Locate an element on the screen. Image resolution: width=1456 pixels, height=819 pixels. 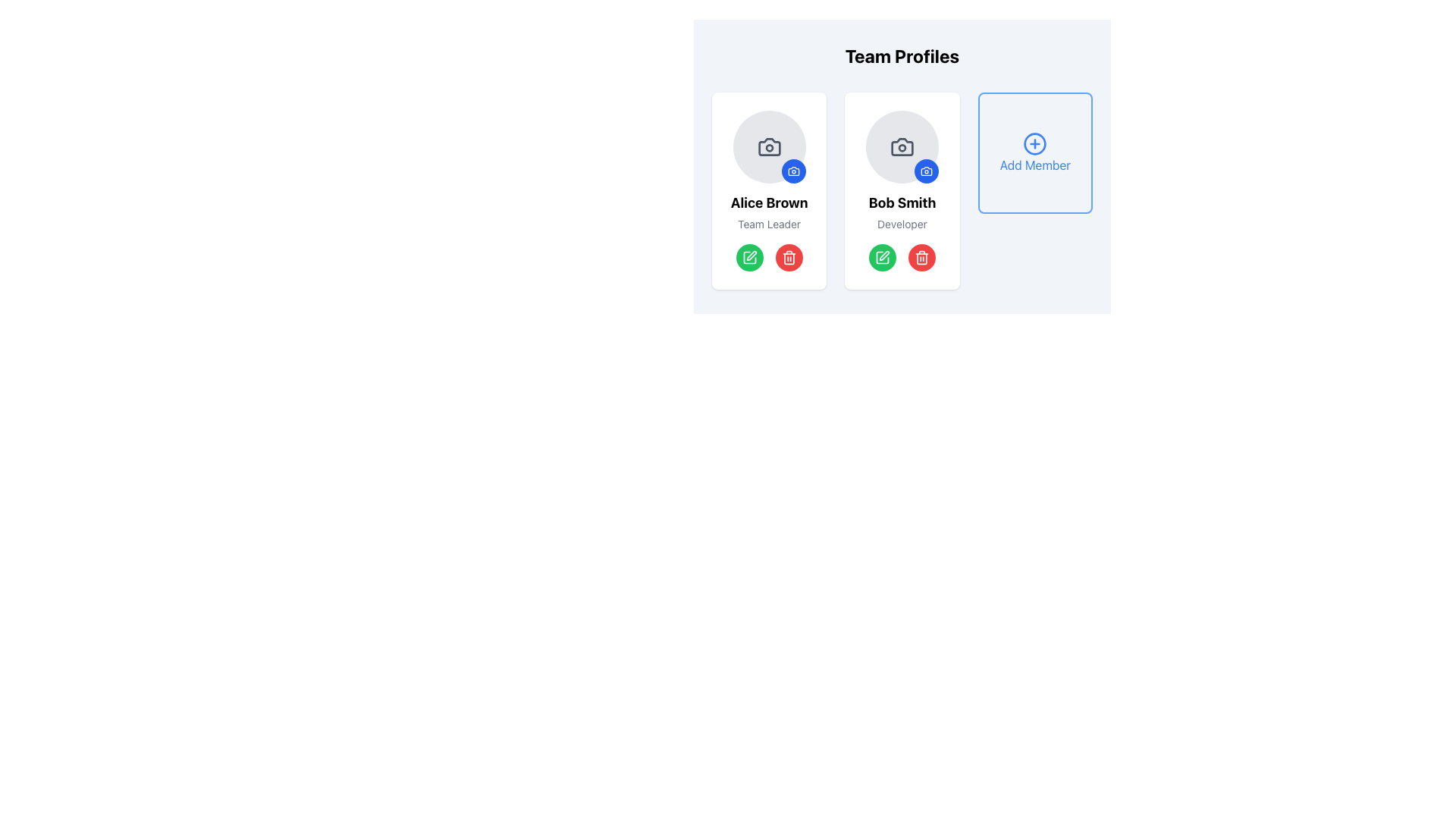
the trash icon representing the delete functionality for Bob Smith, Developer, located at the bottom-right corner of the card is located at coordinates (921, 258).